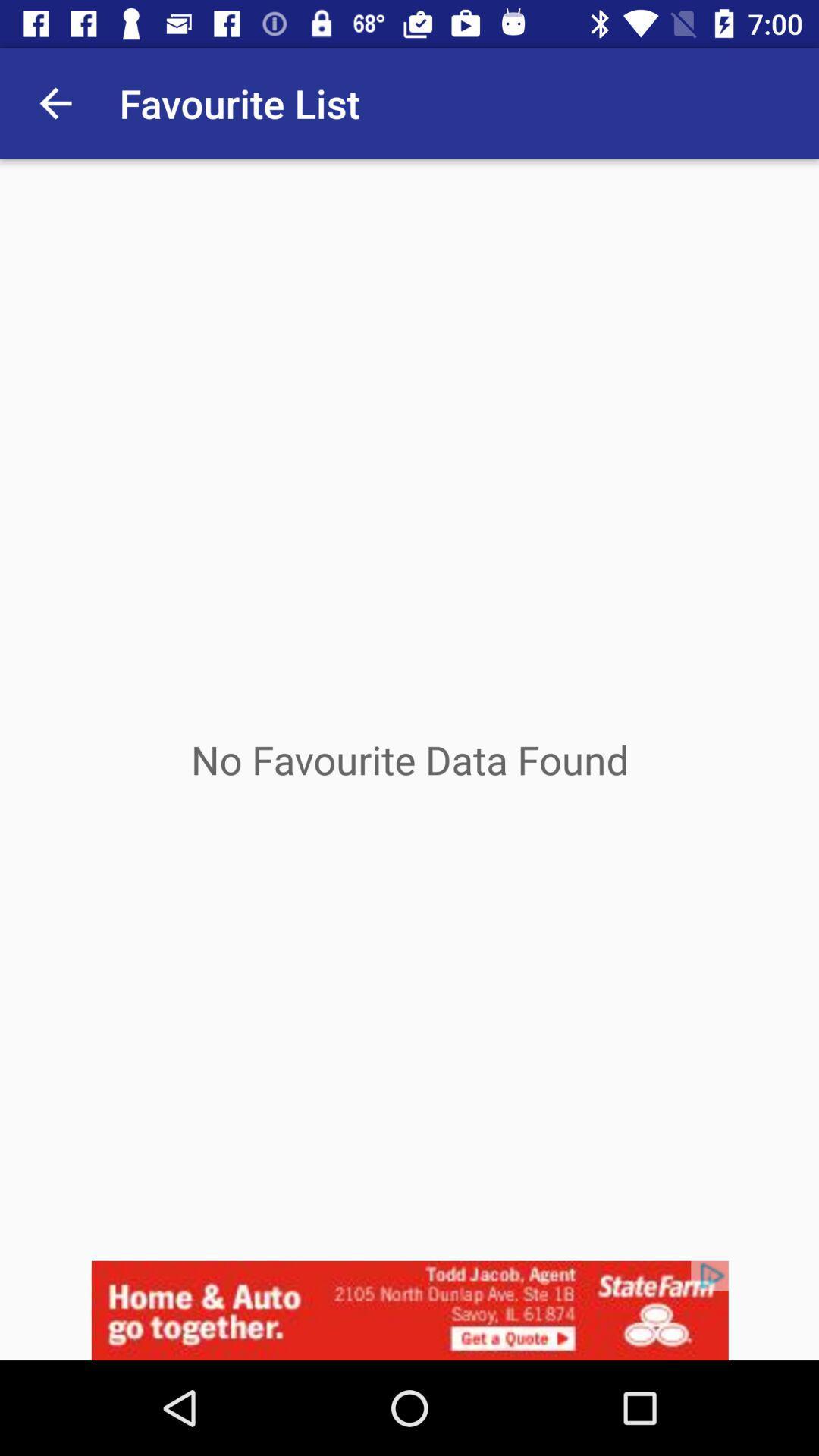 The width and height of the screenshot is (819, 1456). What do you see at coordinates (409, 1310) in the screenshot?
I see `open advertisement` at bounding box center [409, 1310].